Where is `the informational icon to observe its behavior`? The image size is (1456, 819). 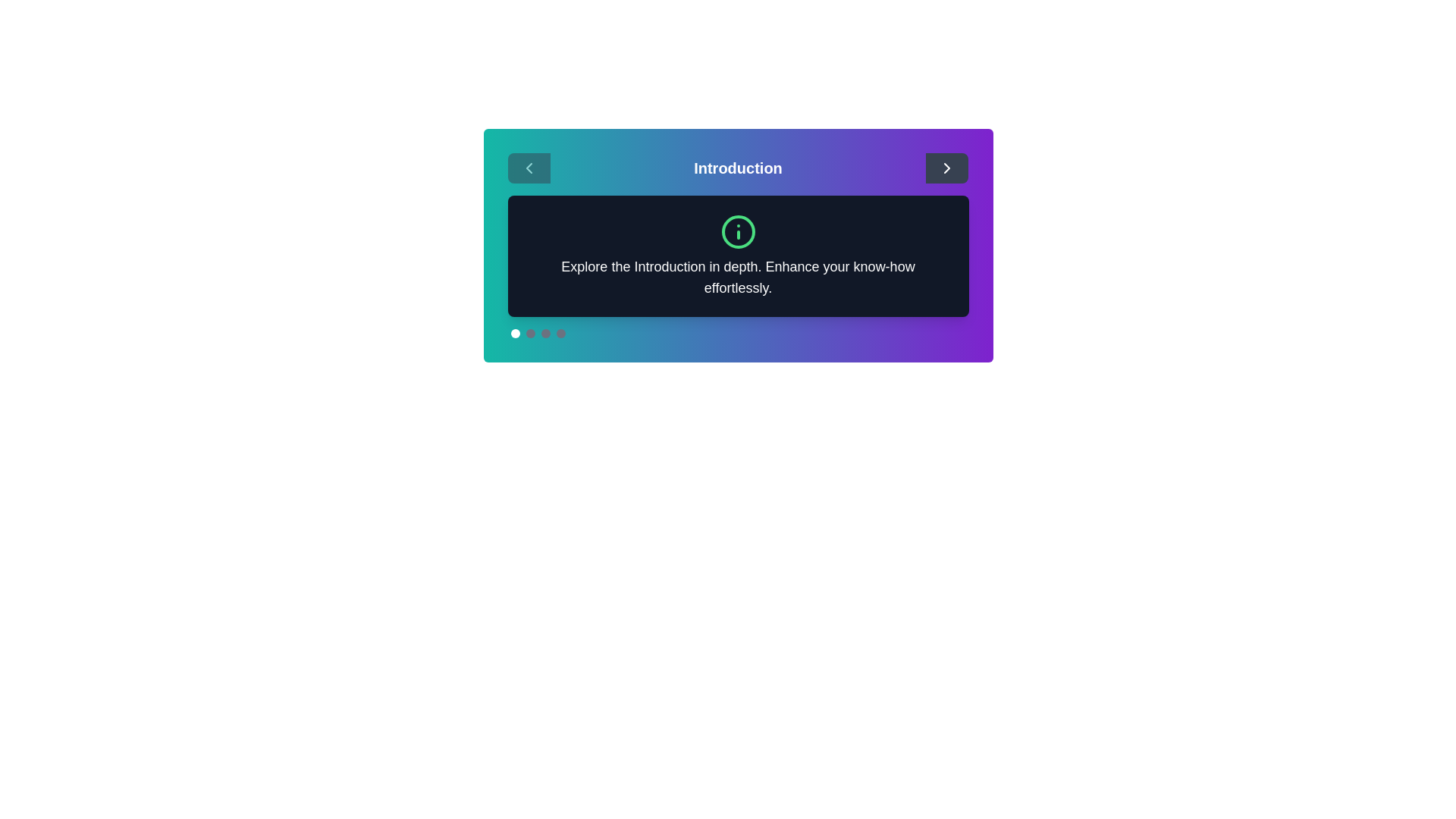 the informational icon to observe its behavior is located at coordinates (738, 231).